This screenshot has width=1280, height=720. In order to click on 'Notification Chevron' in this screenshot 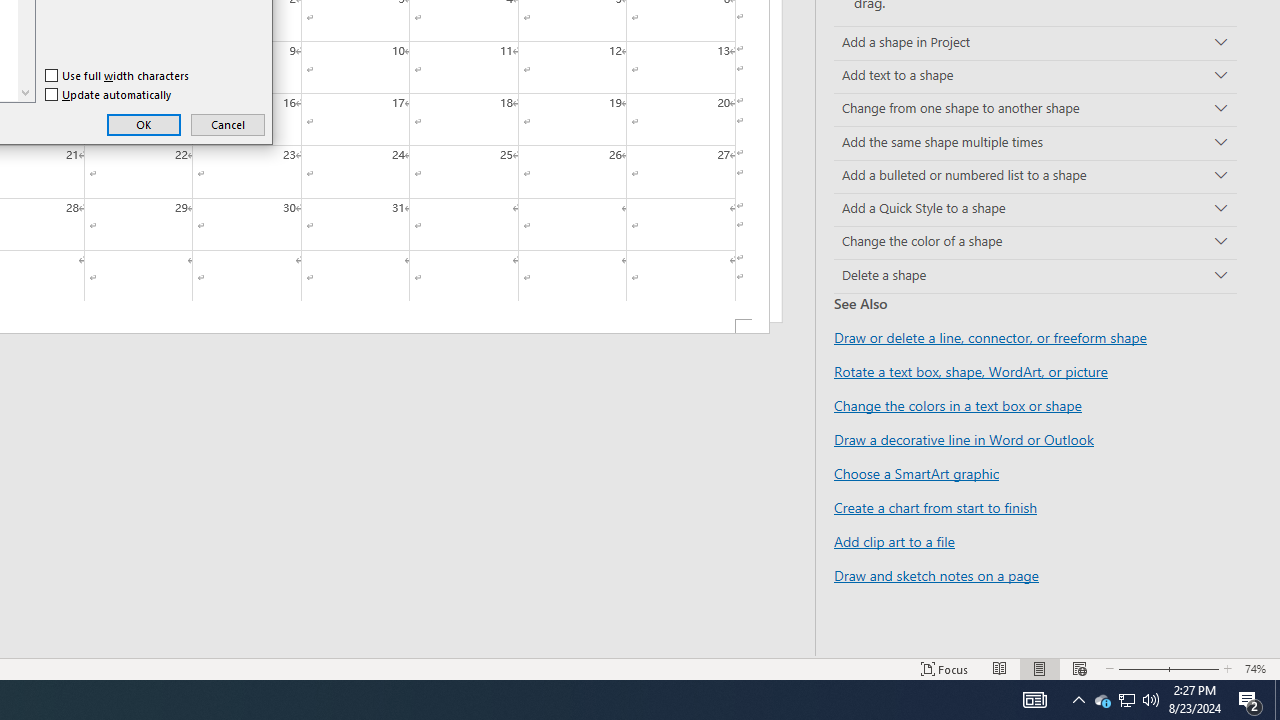, I will do `click(1101, 698)`.